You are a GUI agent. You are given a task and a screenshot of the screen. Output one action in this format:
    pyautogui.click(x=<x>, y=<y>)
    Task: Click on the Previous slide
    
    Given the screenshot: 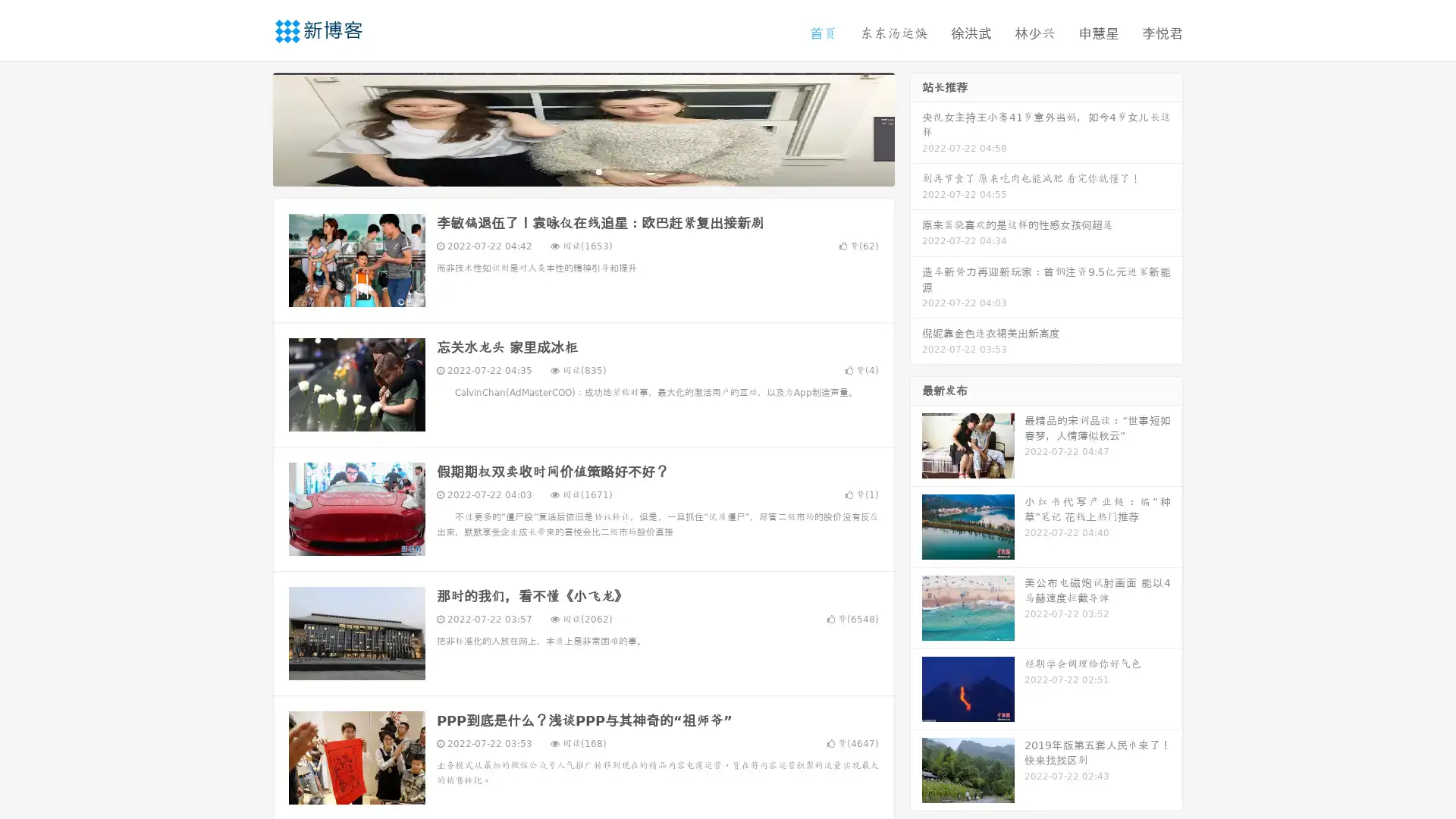 What is the action you would take?
    pyautogui.click(x=250, y=127)
    